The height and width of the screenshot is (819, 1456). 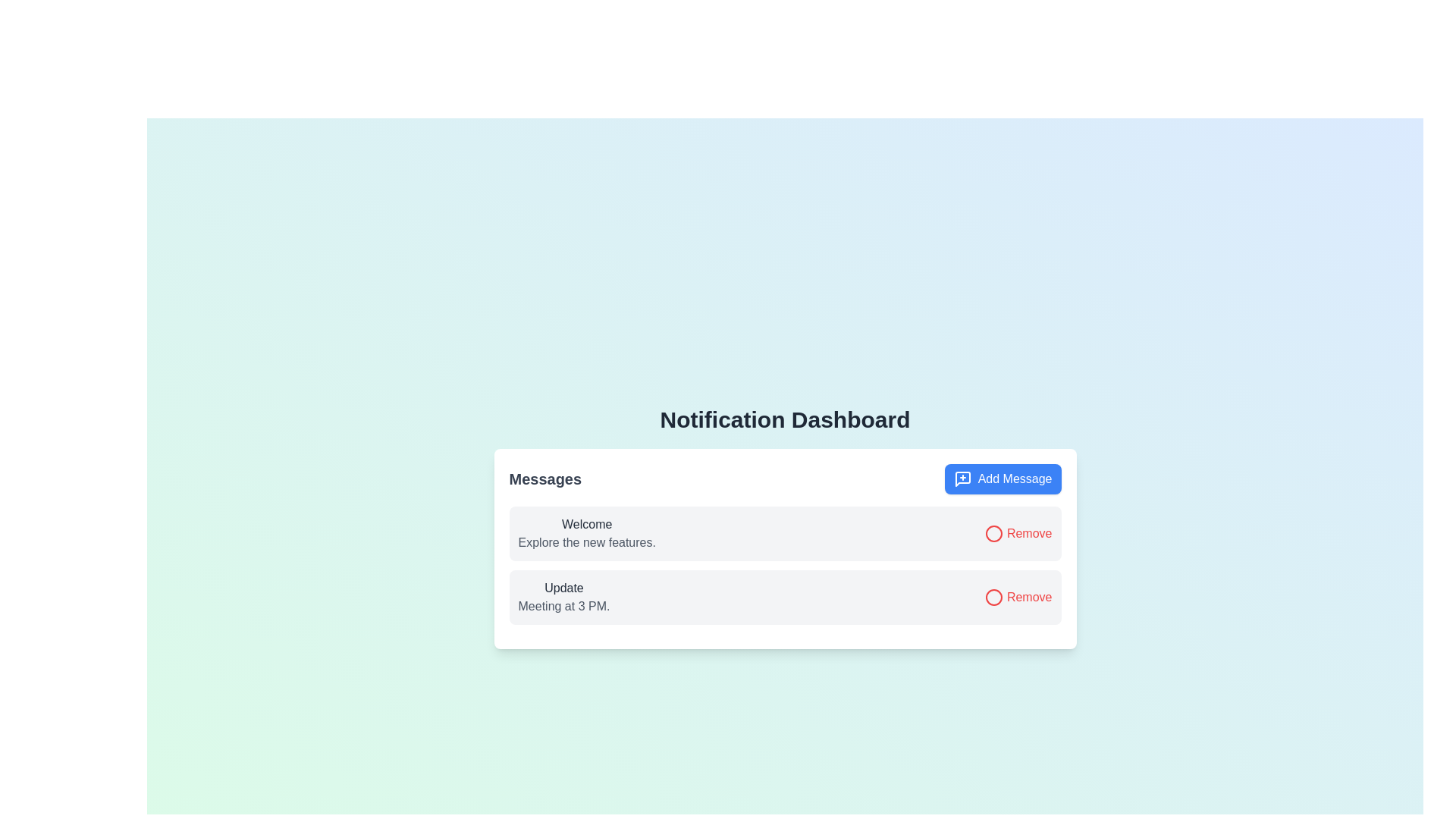 I want to click on the static text component displaying 'Meeting at 3 PM.' which is aligned under the header 'Messages' in the 'Notification Dashboard.', so click(x=563, y=605).